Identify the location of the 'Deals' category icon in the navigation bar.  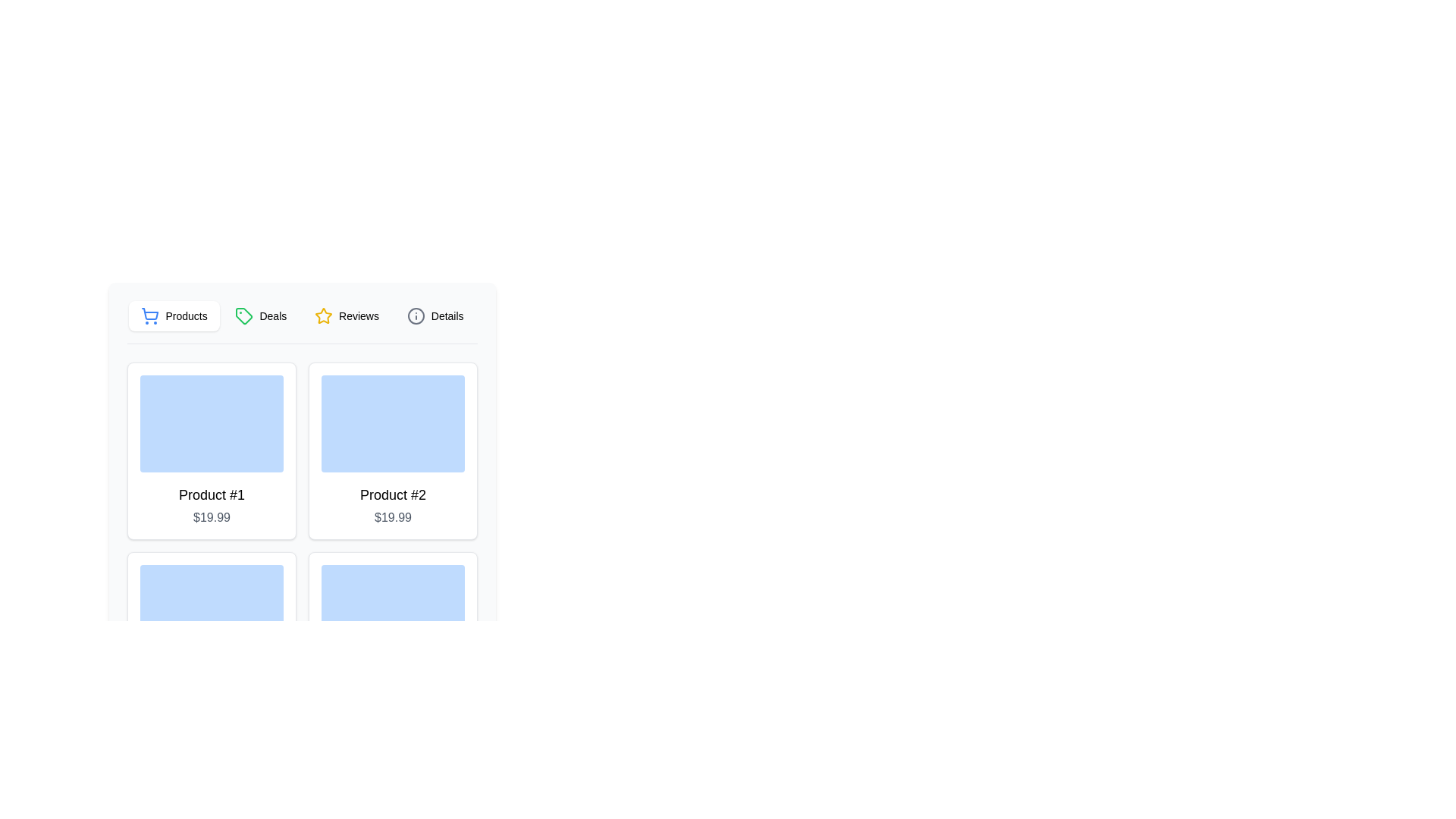
(244, 315).